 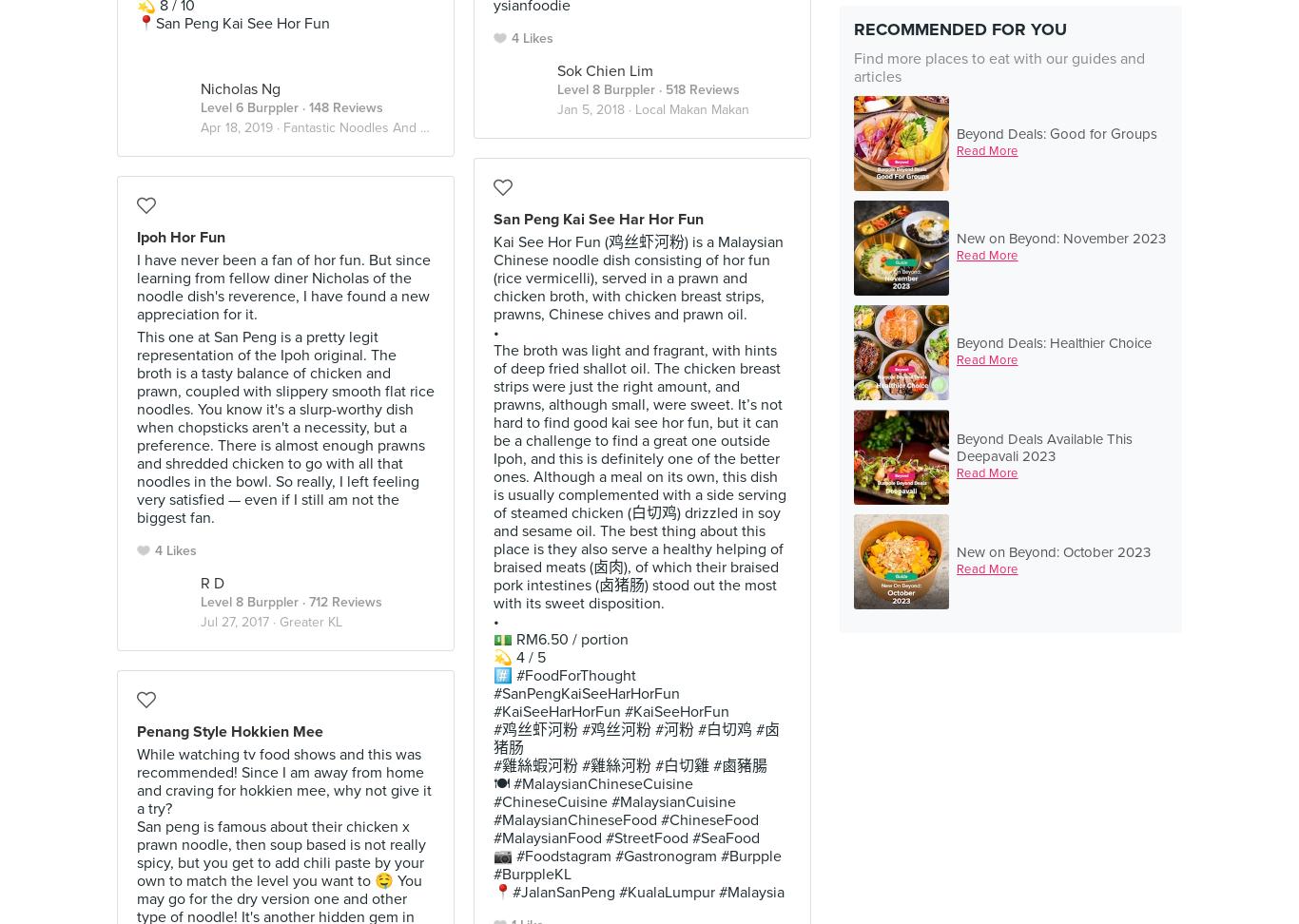 I want to click on 'This one at San Peng is a pretty legit representation of the Ipoh original. The broth is a tasty balance of chicken and prawn, coupled with slippery smooth flat rice noodles. You know it's a slurp-worthy dish when chopsticks aren't a necessity, but a preference. There is almost enough prawns and shredded chicken to go with all that noodles in the bowl. So really, I left feeling very satisfied — even if I still am not the biggest fan.', so click(x=285, y=425).